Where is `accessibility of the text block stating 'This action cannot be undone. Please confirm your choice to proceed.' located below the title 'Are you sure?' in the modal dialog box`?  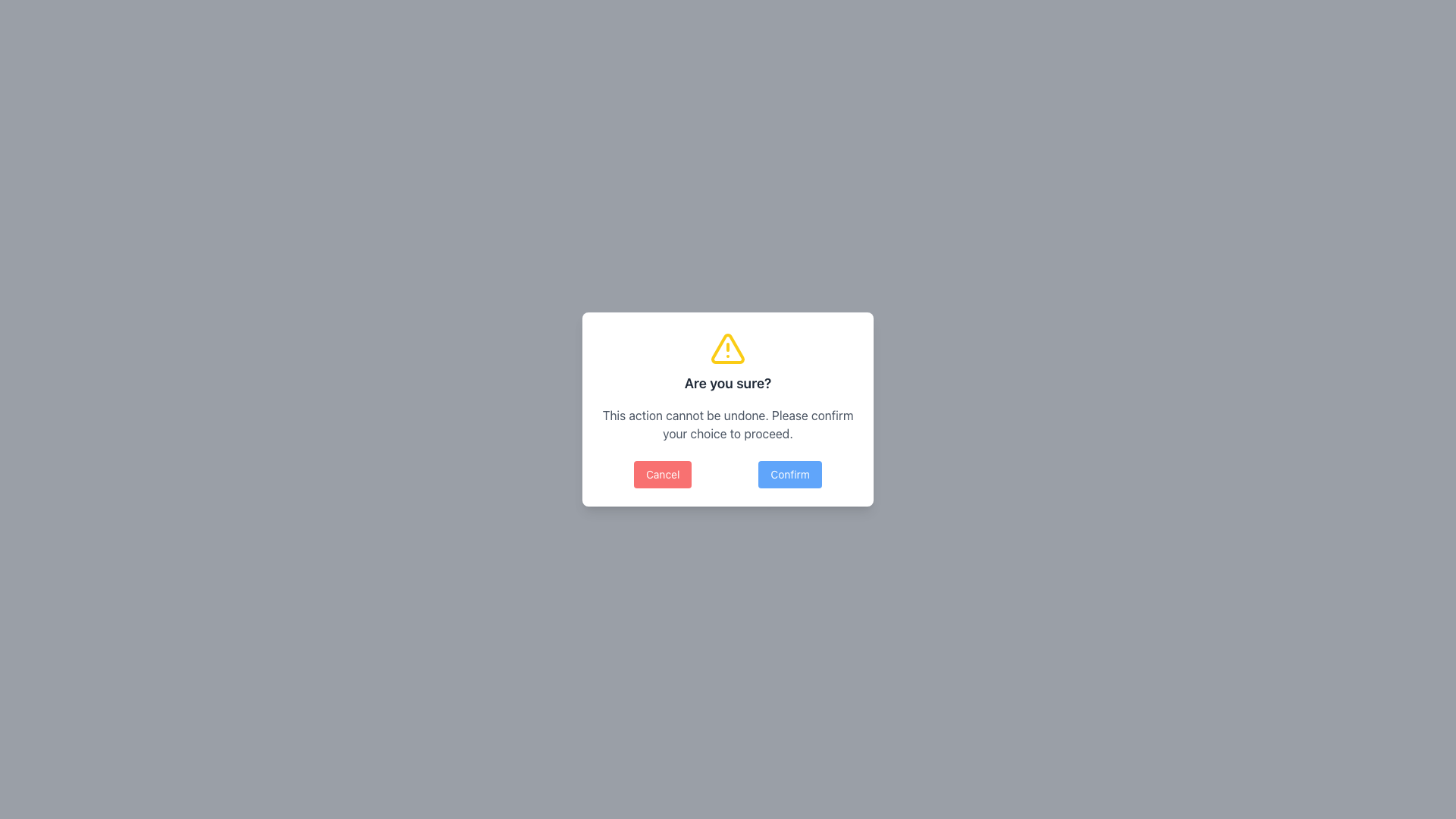
accessibility of the text block stating 'This action cannot be undone. Please confirm your choice to proceed.' located below the title 'Are you sure?' in the modal dialog box is located at coordinates (728, 424).